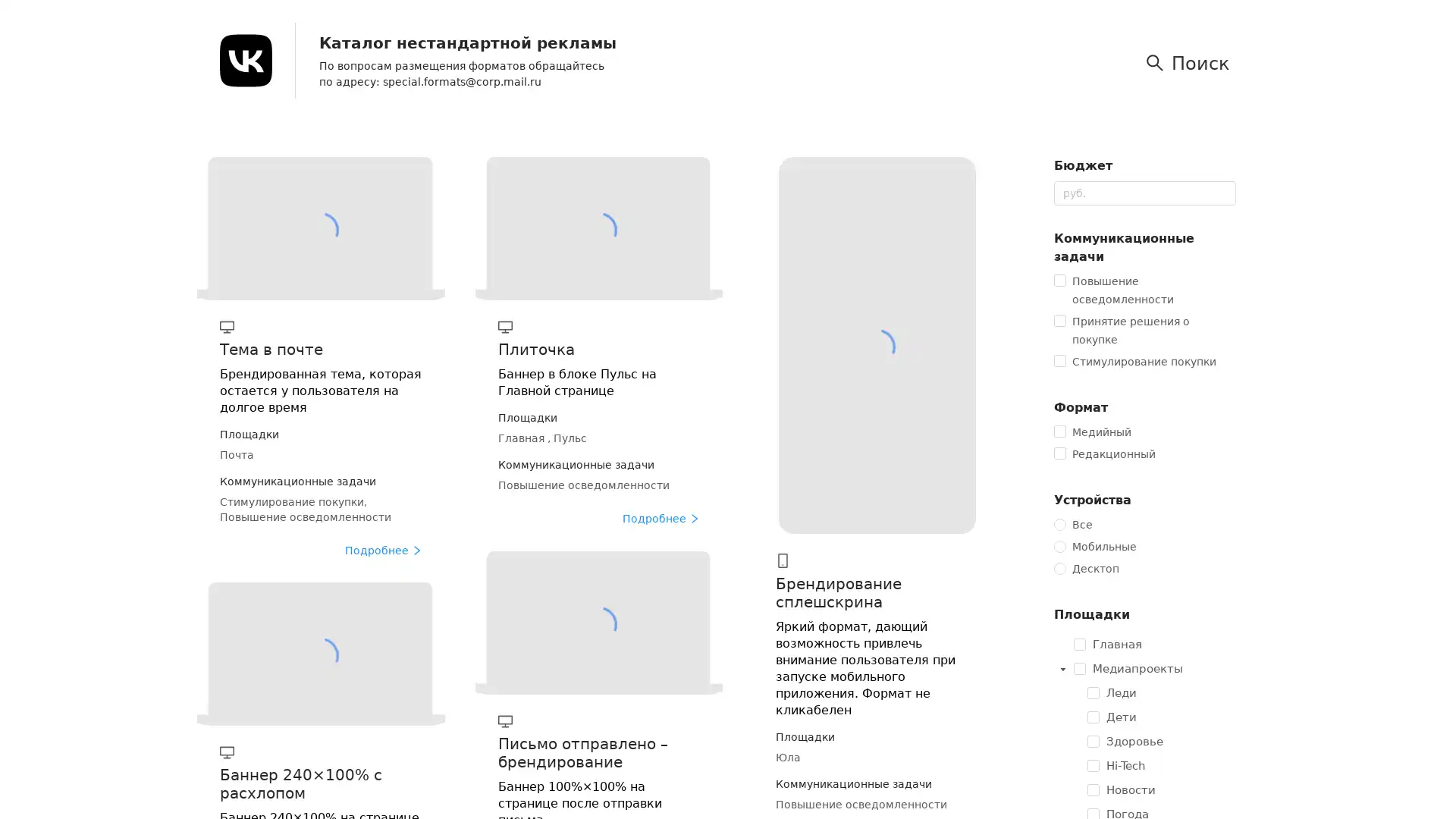 The width and height of the screenshot is (1456, 819). Describe the element at coordinates (1190, 62) in the screenshot. I see `icon: search` at that location.